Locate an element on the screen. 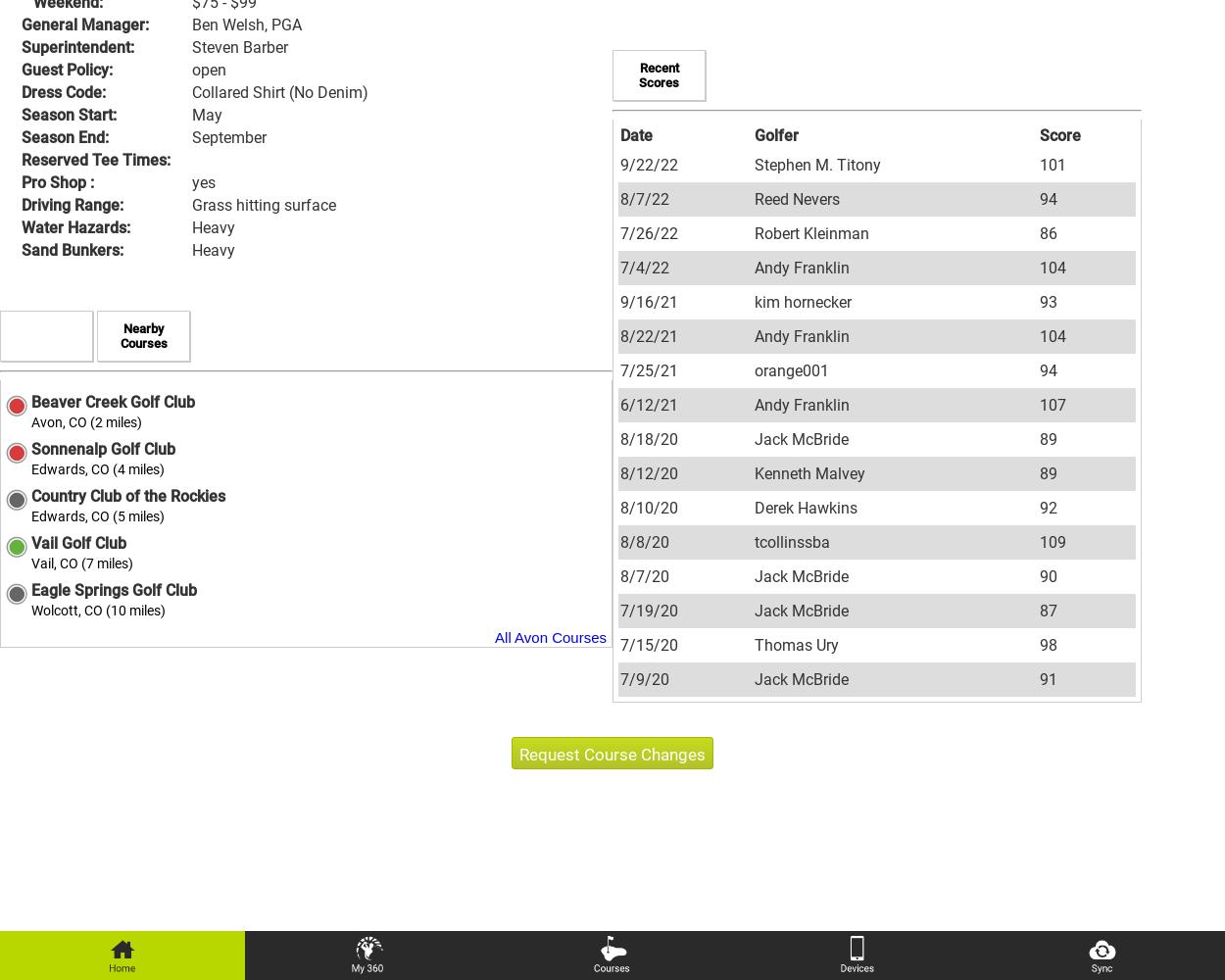 This screenshot has width=1225, height=980. 'Country Club of the Rockies' is located at coordinates (128, 496).